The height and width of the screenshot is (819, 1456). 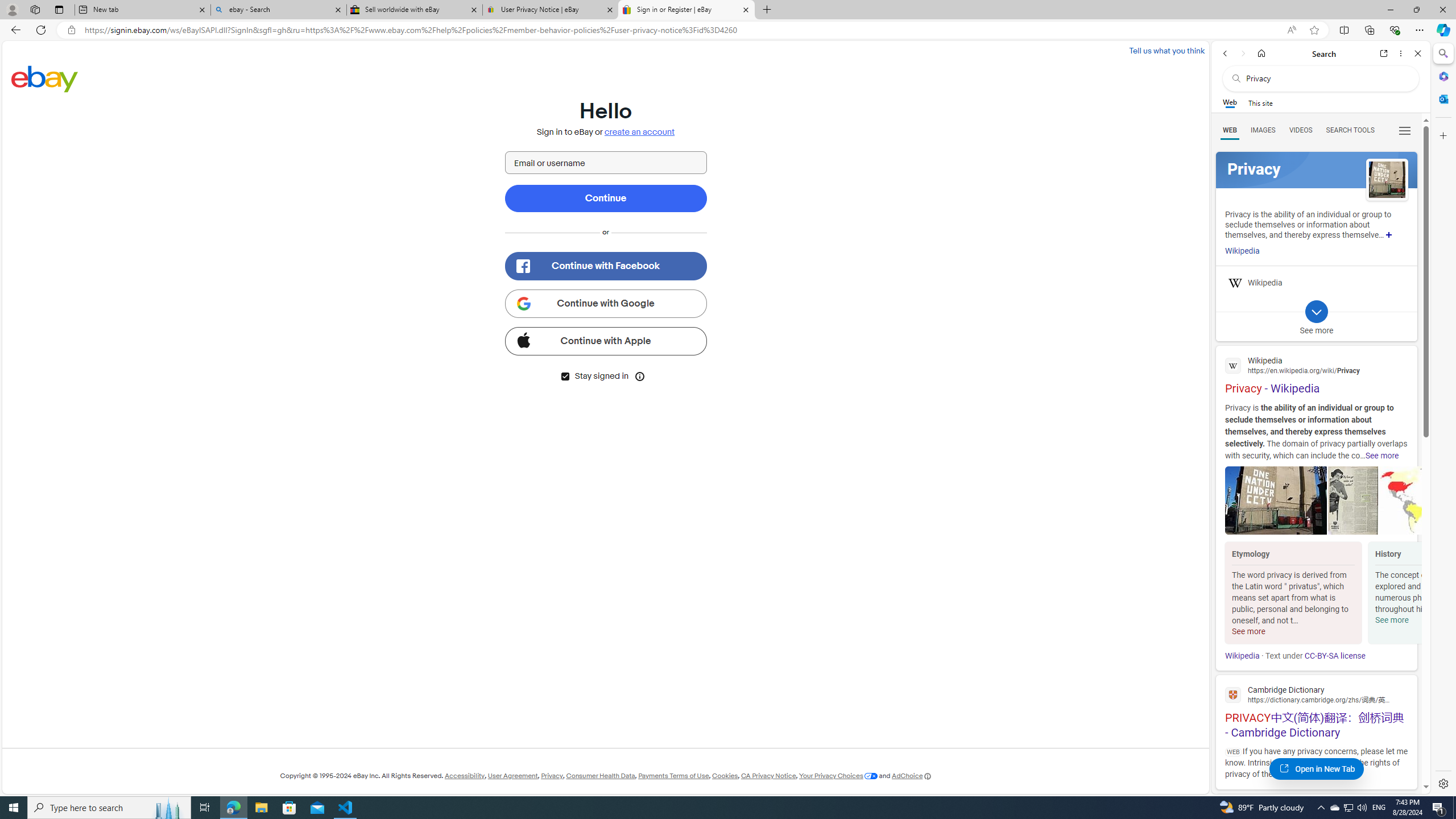 I want to click on 'create an account', so click(x=640, y=131).